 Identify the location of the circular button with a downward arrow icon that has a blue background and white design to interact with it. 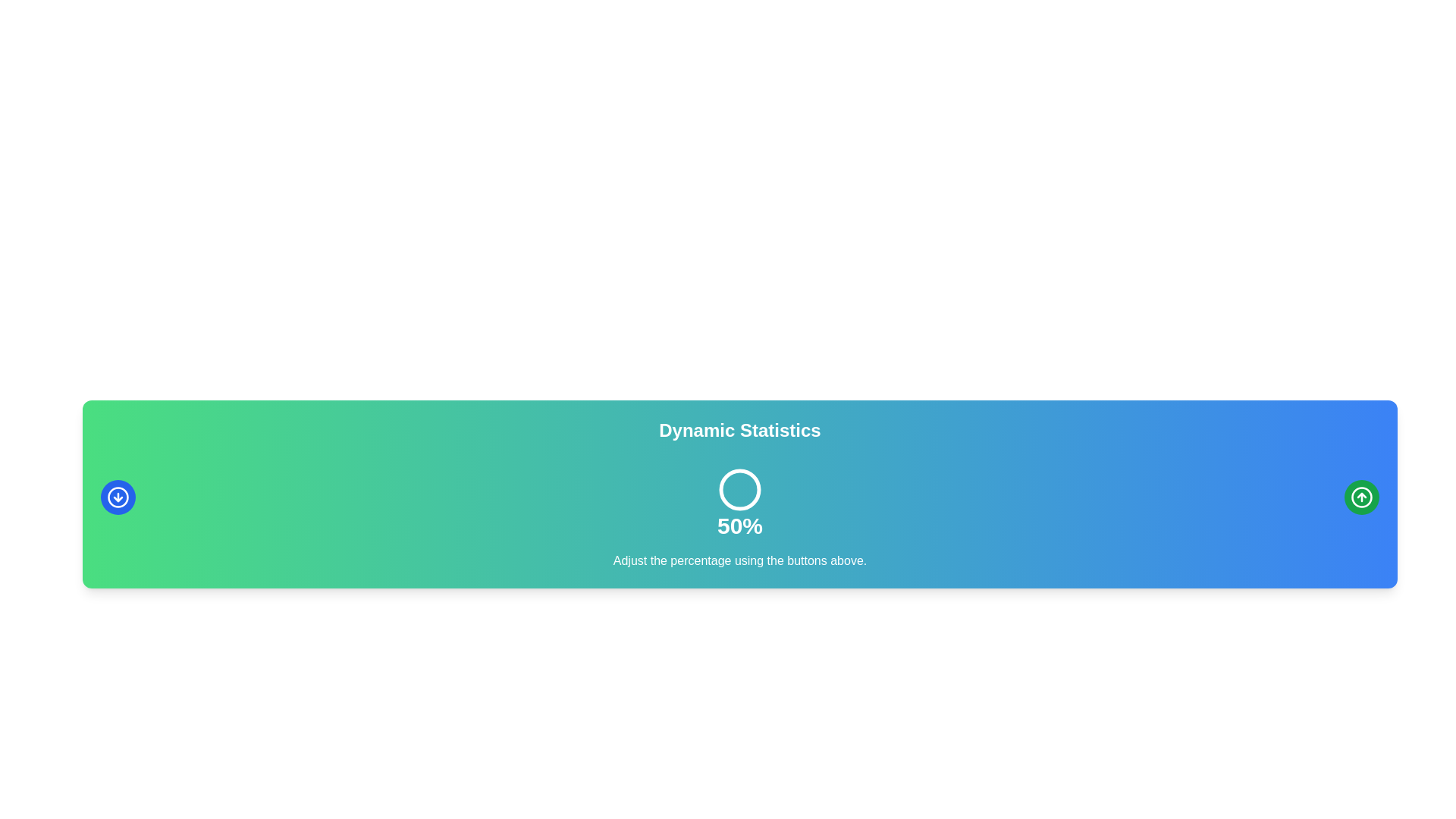
(118, 497).